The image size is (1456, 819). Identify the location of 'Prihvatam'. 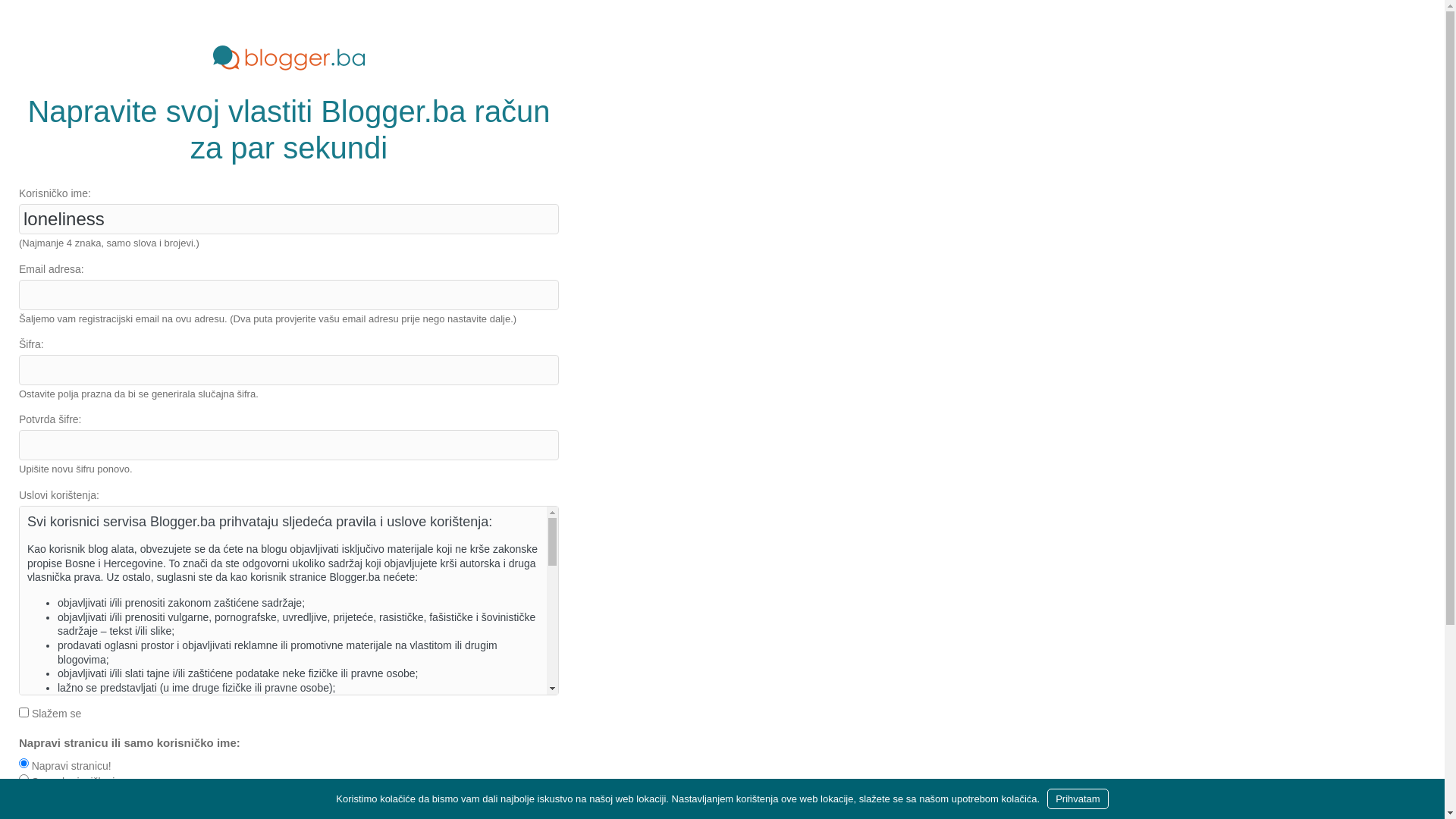
(1077, 798).